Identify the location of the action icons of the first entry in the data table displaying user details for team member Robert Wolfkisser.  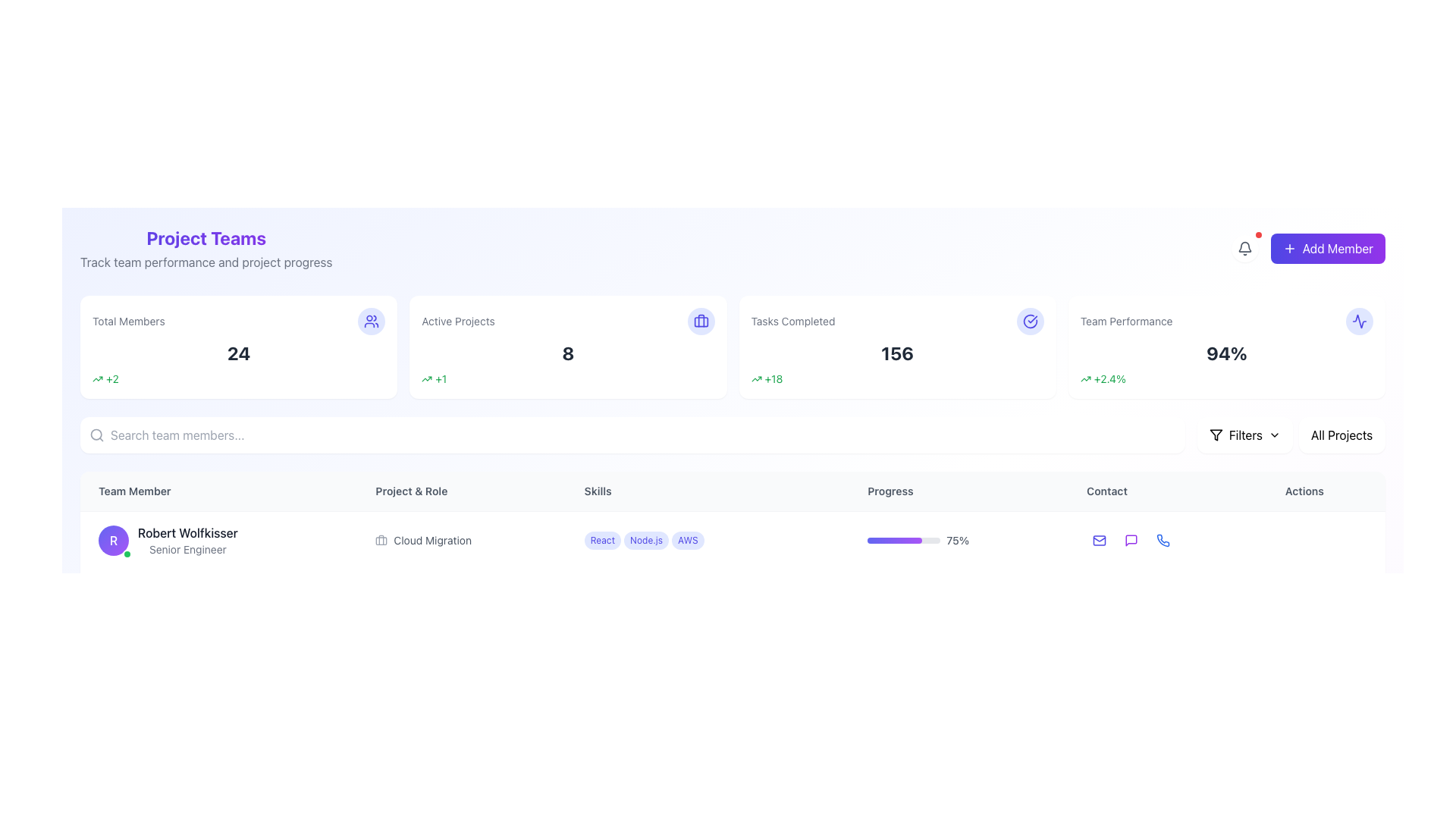
(733, 539).